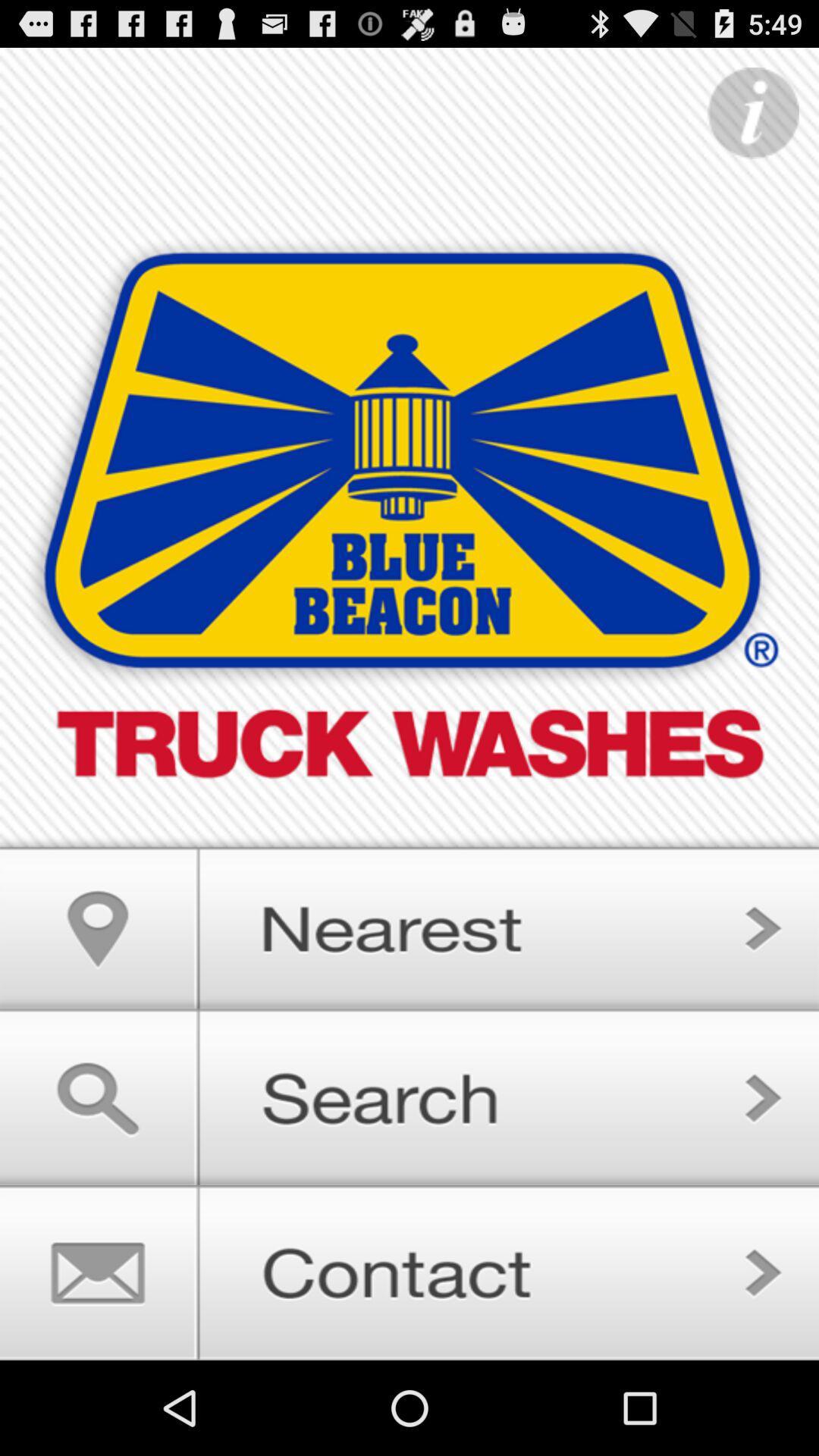 The image size is (819, 1456). Describe the element at coordinates (753, 112) in the screenshot. I see `important information` at that location.